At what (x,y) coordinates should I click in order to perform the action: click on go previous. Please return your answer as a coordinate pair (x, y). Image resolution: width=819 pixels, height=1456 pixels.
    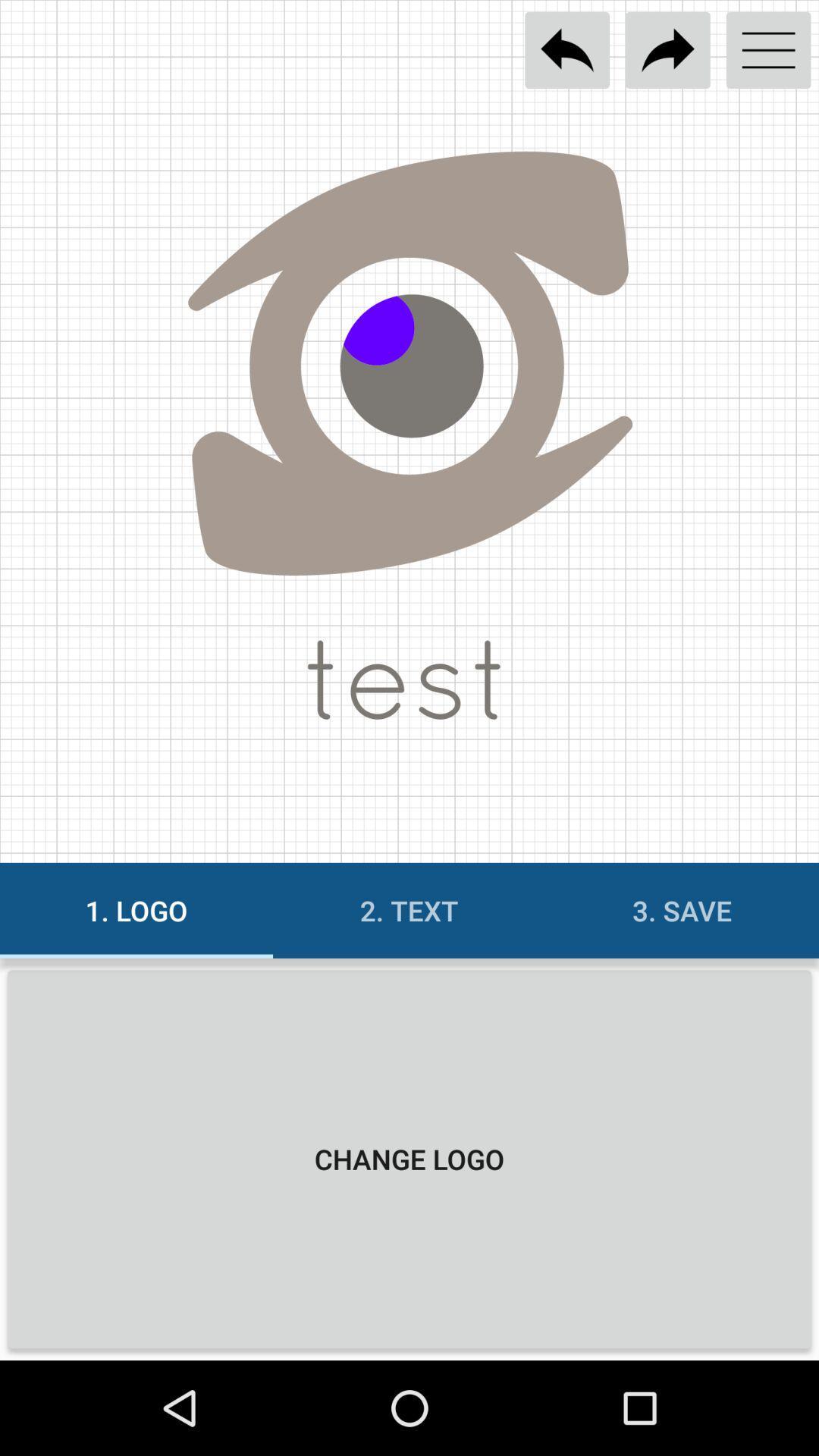
    Looking at the image, I should click on (567, 50).